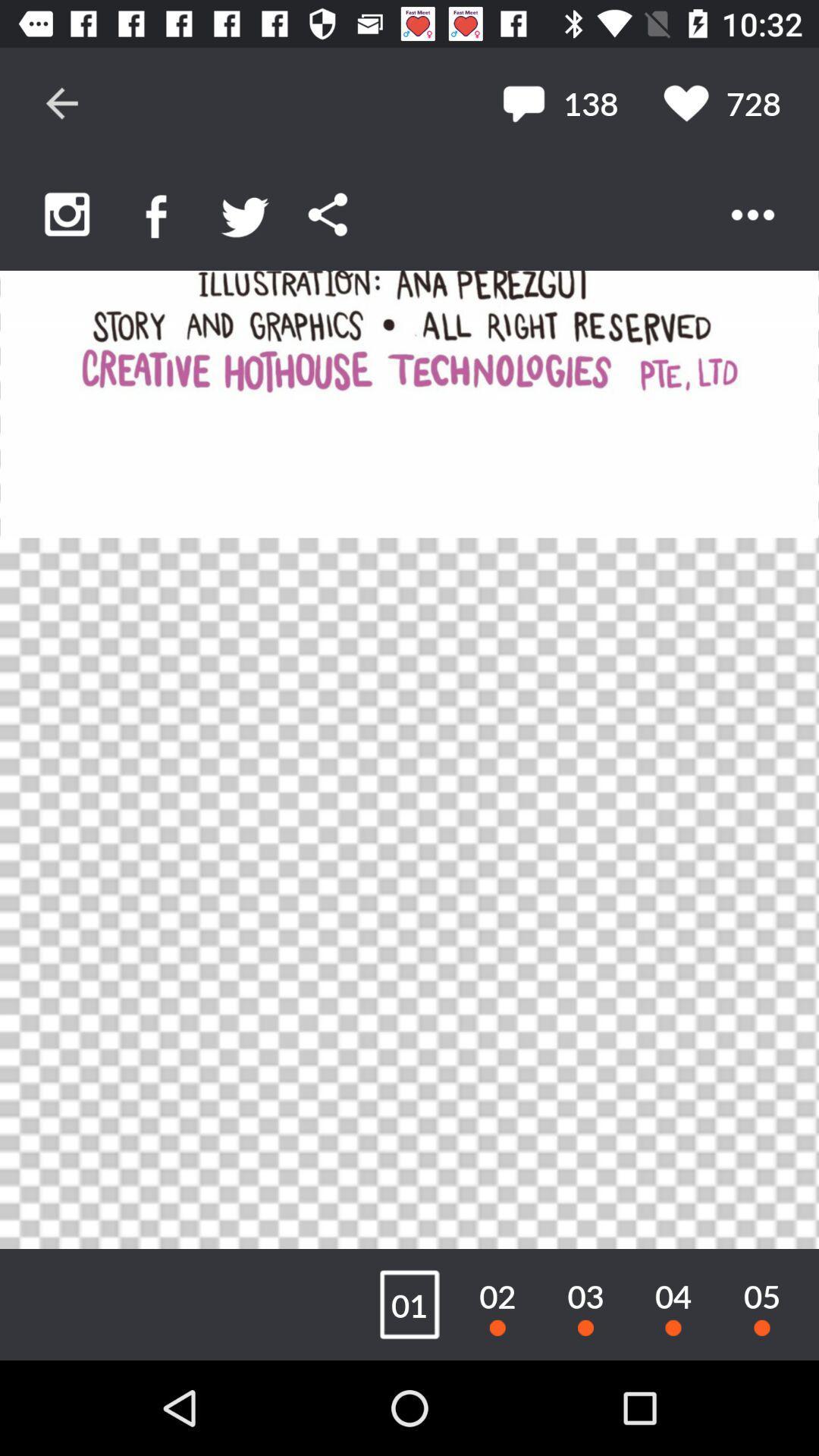  What do you see at coordinates (66, 214) in the screenshot?
I see `upload pictures` at bounding box center [66, 214].